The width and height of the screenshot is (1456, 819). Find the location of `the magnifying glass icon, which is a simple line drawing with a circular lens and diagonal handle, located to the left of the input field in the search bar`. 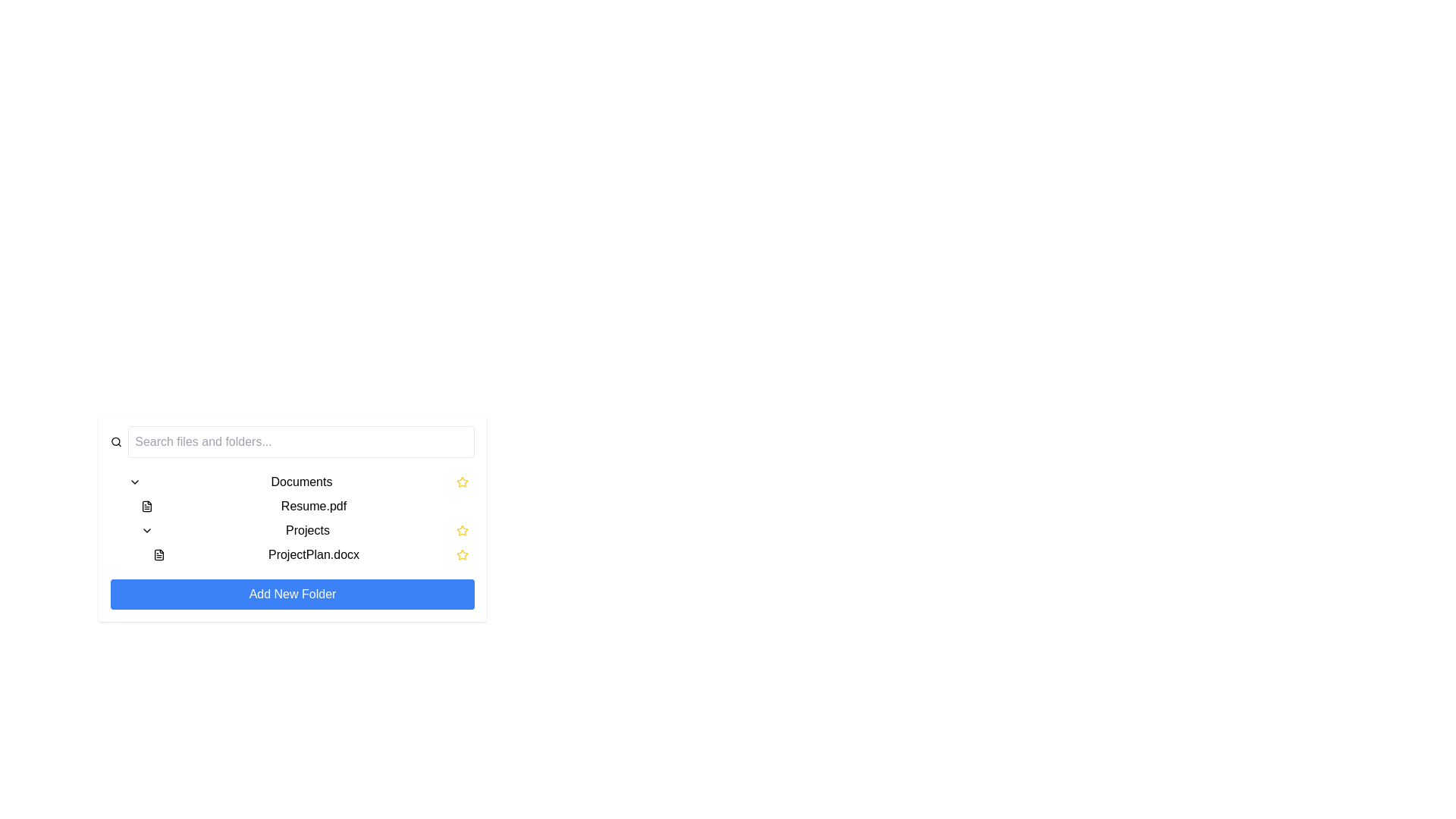

the magnifying glass icon, which is a simple line drawing with a circular lens and diagonal handle, located to the left of the input field in the search bar is located at coordinates (115, 441).